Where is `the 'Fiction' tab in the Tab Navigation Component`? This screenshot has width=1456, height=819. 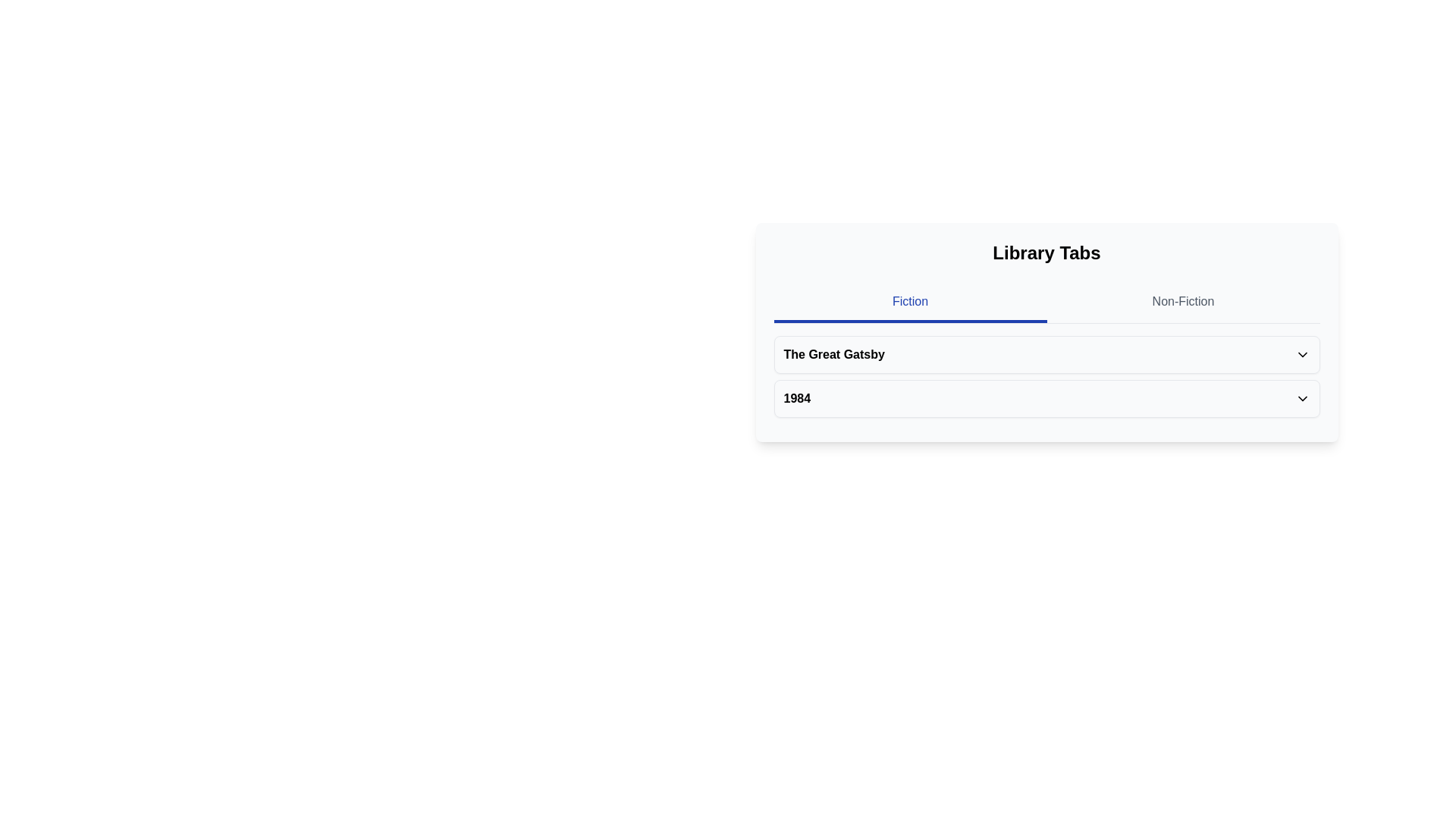 the 'Fiction' tab in the Tab Navigation Component is located at coordinates (1046, 303).